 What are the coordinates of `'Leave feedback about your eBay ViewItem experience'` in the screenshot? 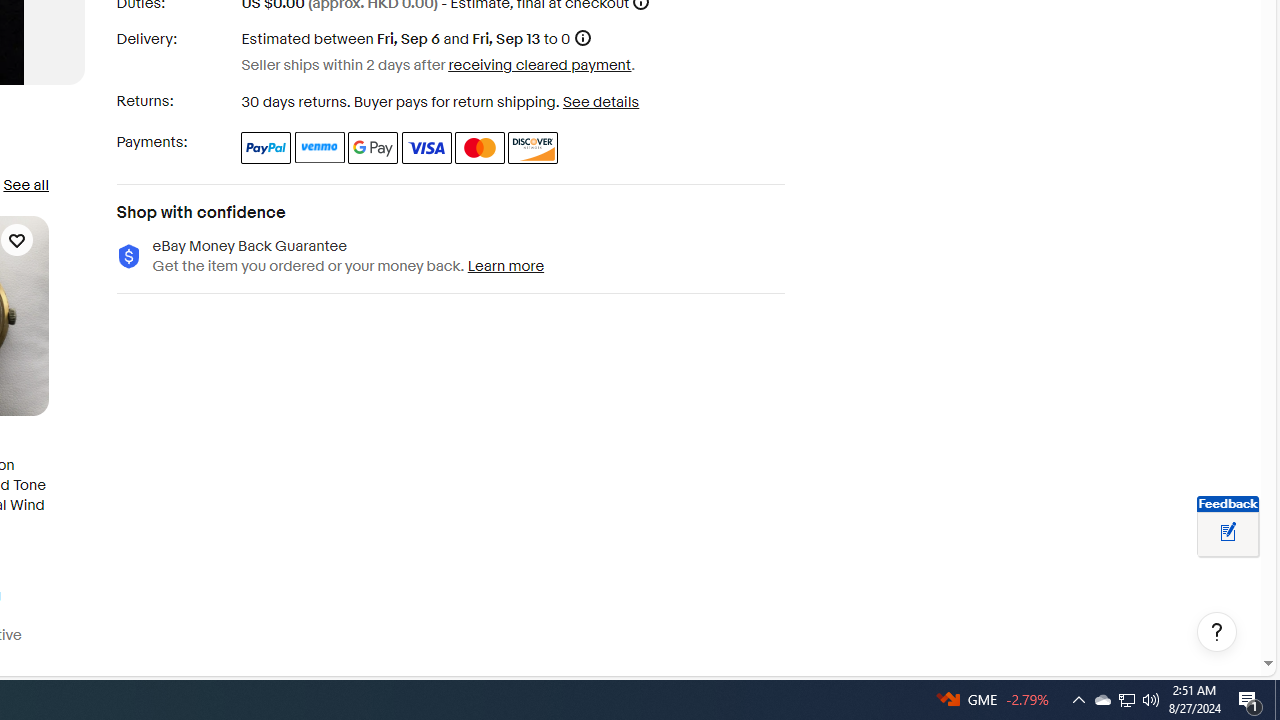 It's located at (1227, 532).